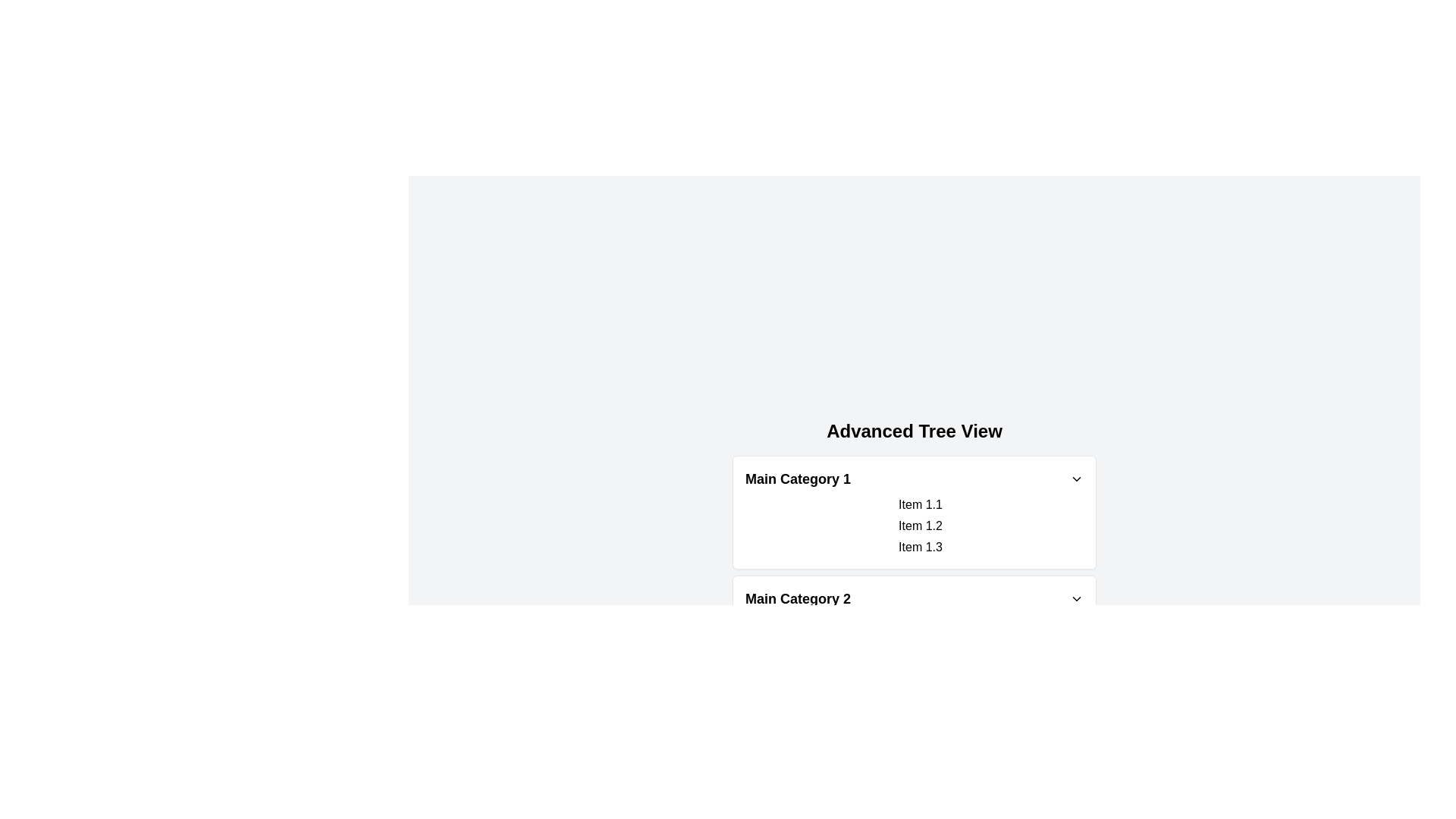 The image size is (1456, 819). I want to click on the 'Main Category 1' text label, which features bold, large text and a dropdown icon, so click(797, 479).